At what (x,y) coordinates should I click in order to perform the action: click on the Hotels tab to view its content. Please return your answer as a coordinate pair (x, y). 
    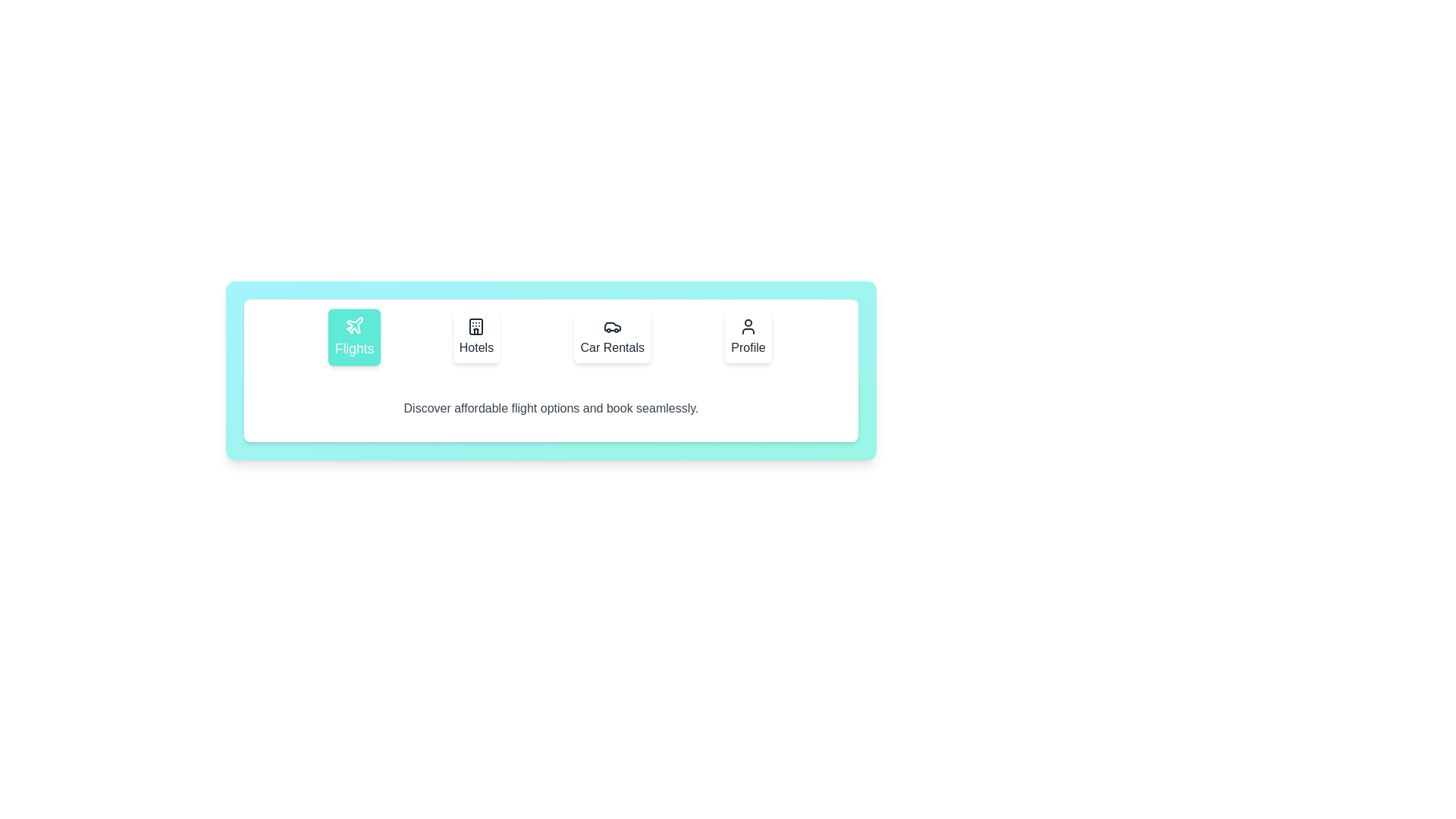
    Looking at the image, I should click on (475, 336).